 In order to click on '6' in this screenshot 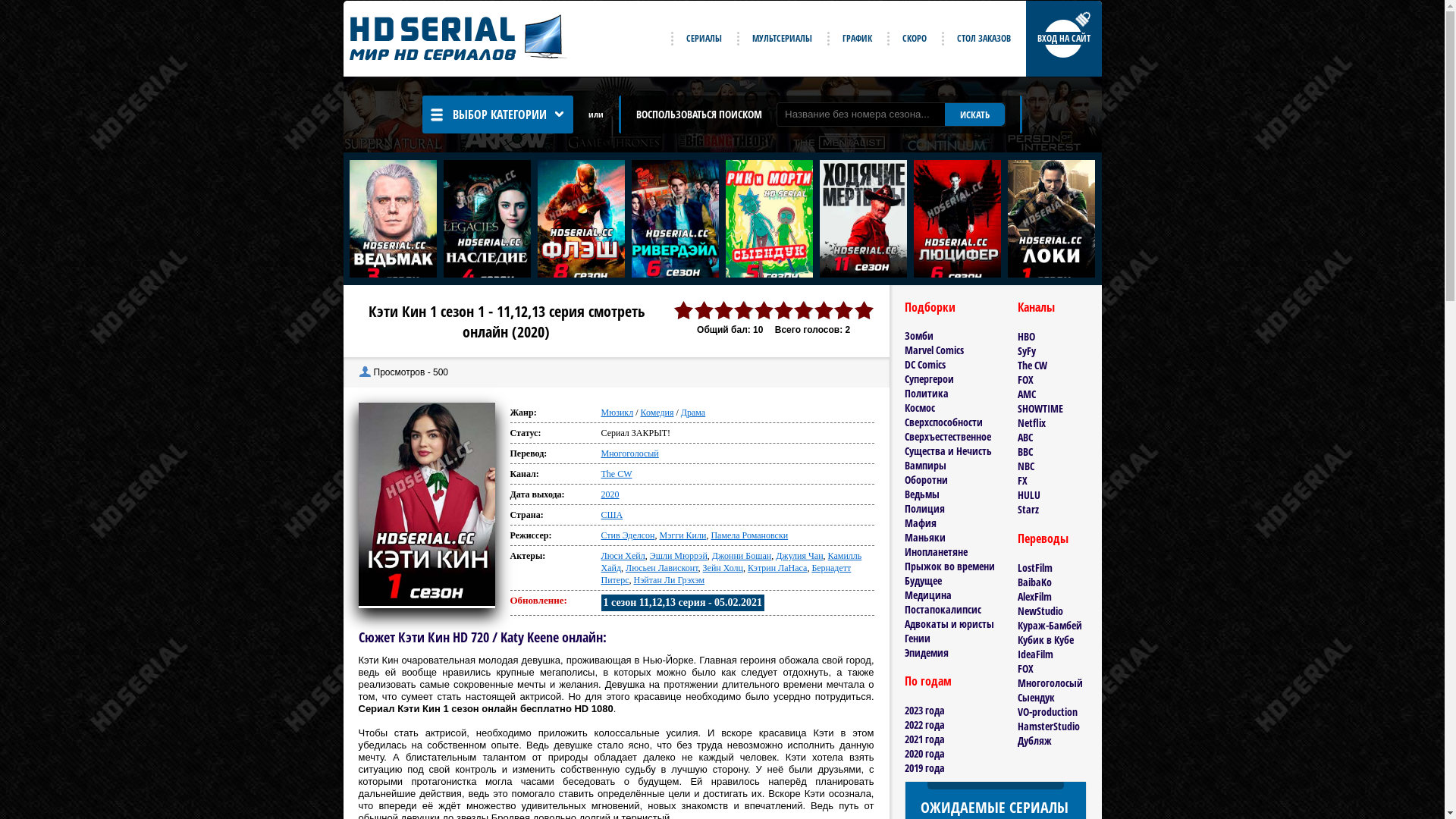, I will do `click(773, 309)`.